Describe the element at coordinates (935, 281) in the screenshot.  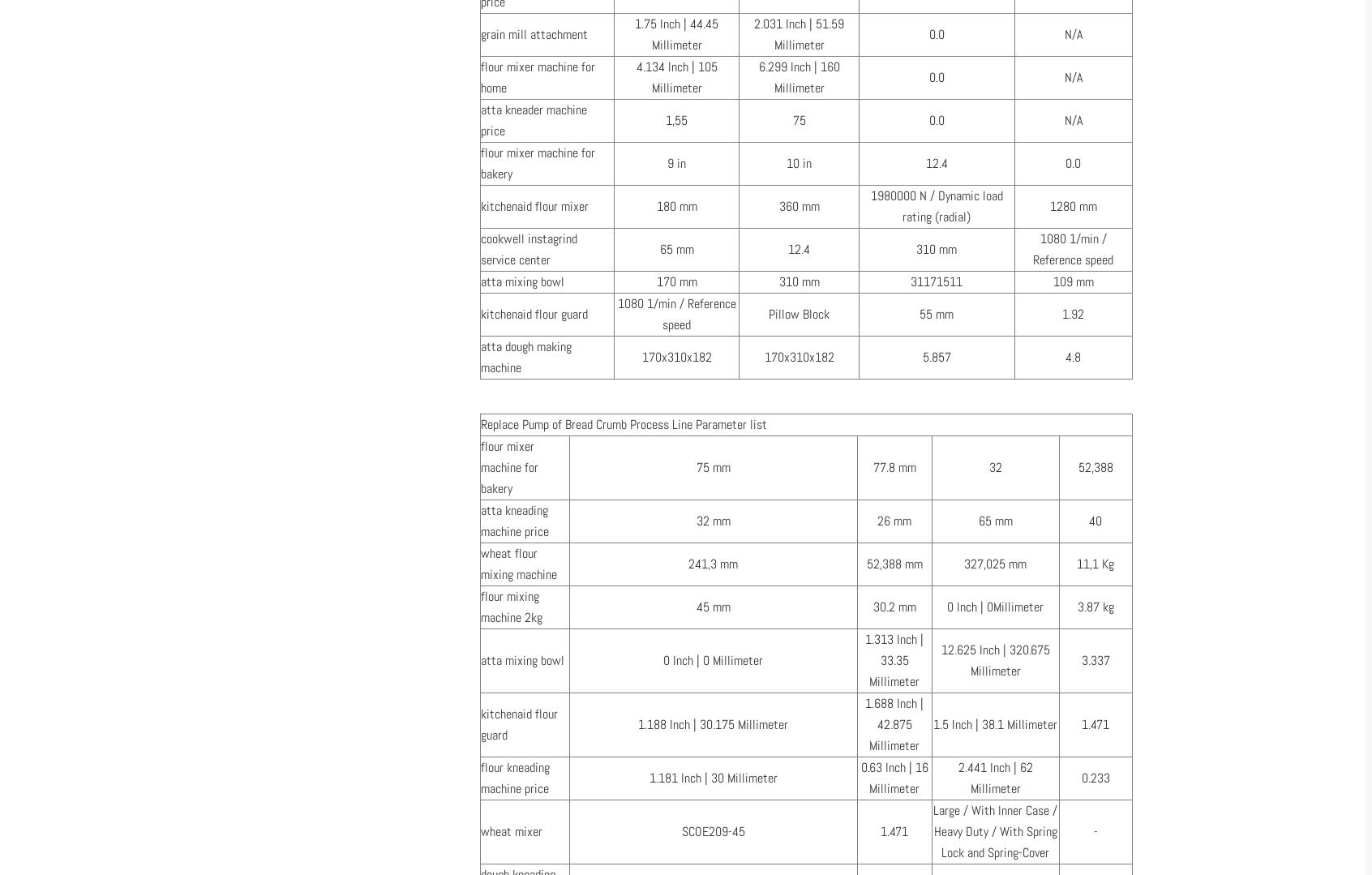
I see `'31171511'` at that location.